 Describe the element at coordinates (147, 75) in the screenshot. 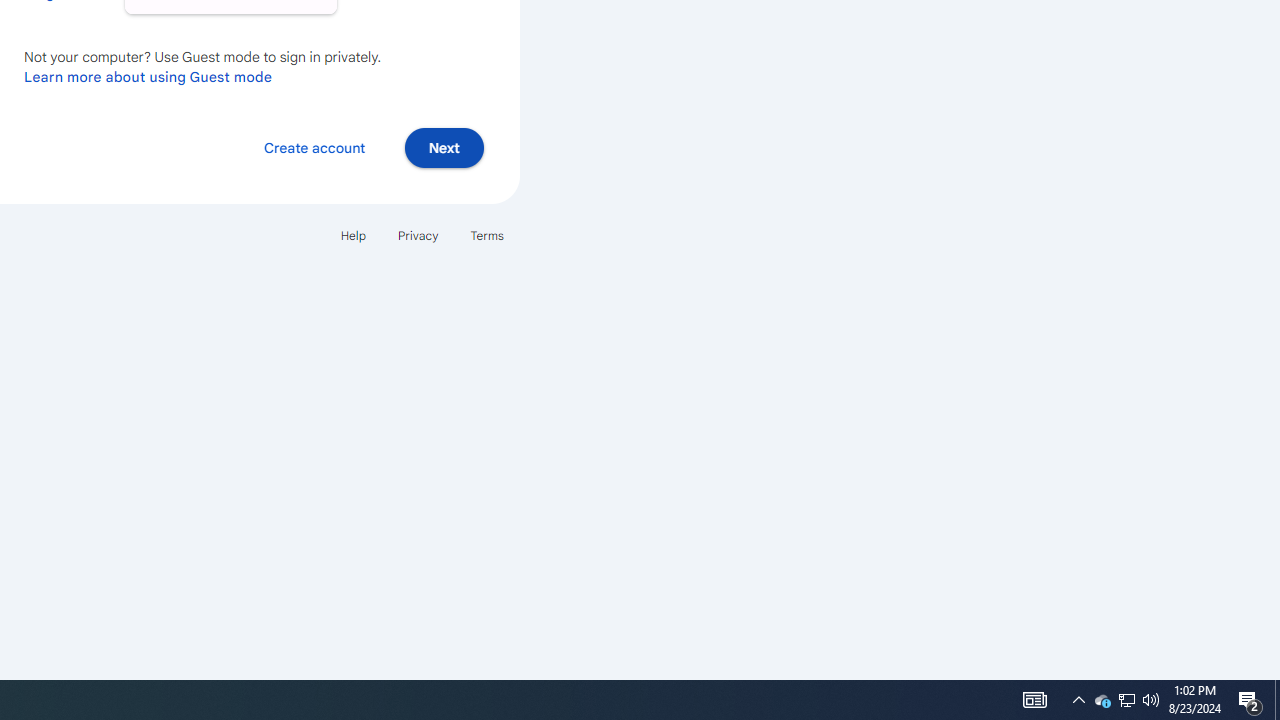

I see `'Learn more about using Guest mode'` at that location.